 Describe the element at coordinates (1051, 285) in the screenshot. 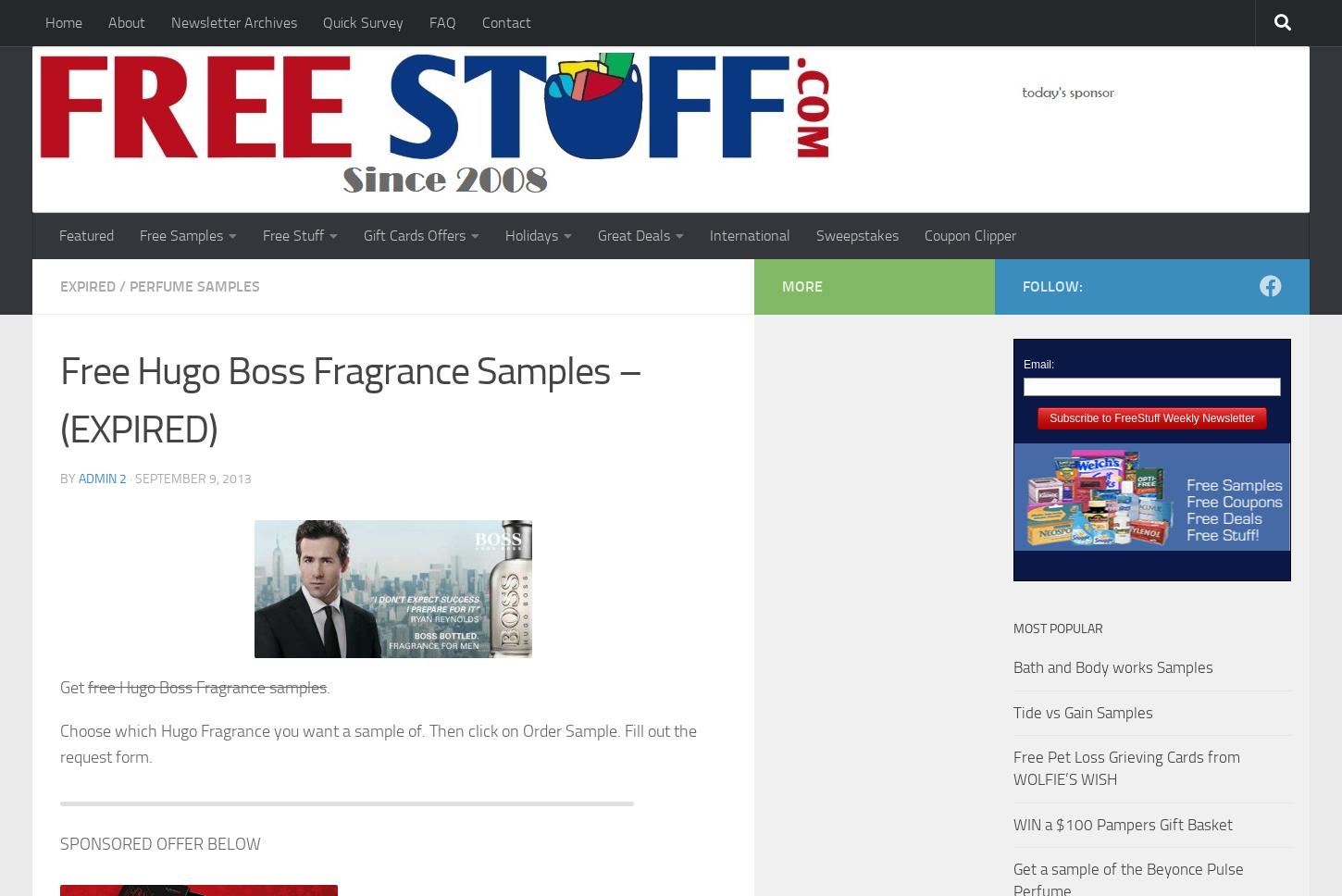

I see `'Follow:'` at that location.